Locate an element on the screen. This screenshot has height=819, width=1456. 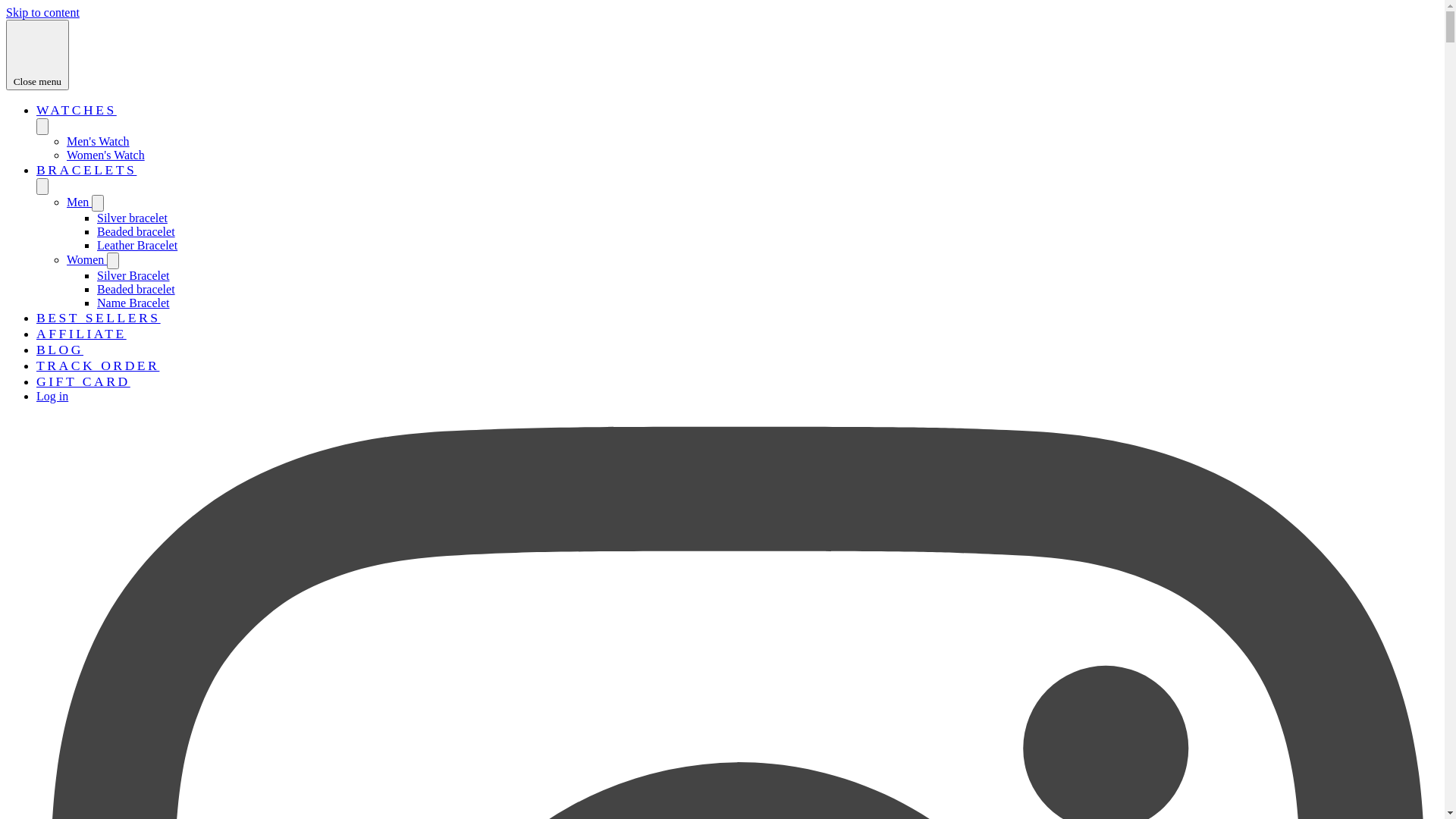
'Women's Watch' is located at coordinates (105, 155).